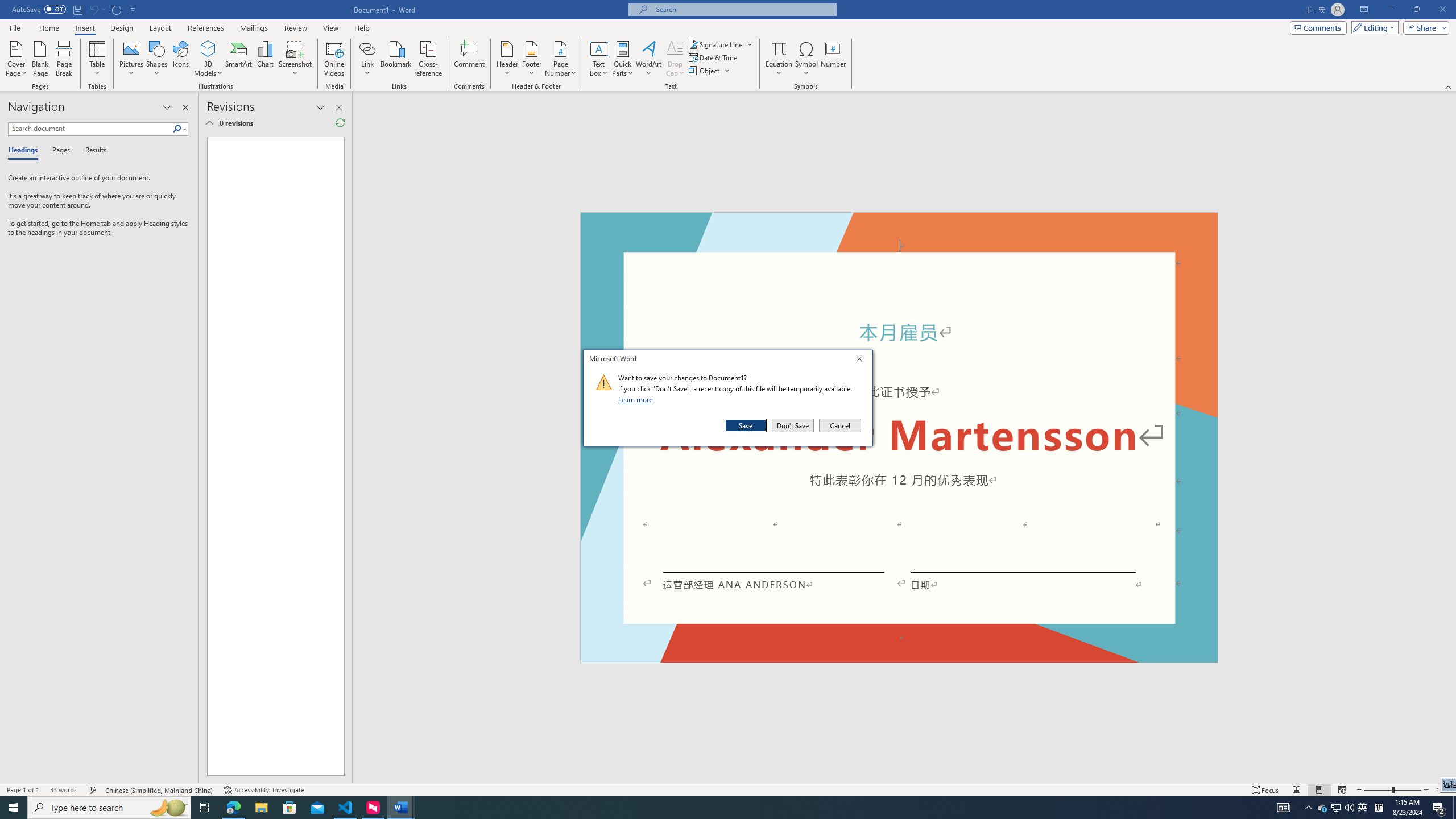 This screenshot has width=1456, height=819. Describe the element at coordinates (97, 59) in the screenshot. I see `'Table'` at that location.